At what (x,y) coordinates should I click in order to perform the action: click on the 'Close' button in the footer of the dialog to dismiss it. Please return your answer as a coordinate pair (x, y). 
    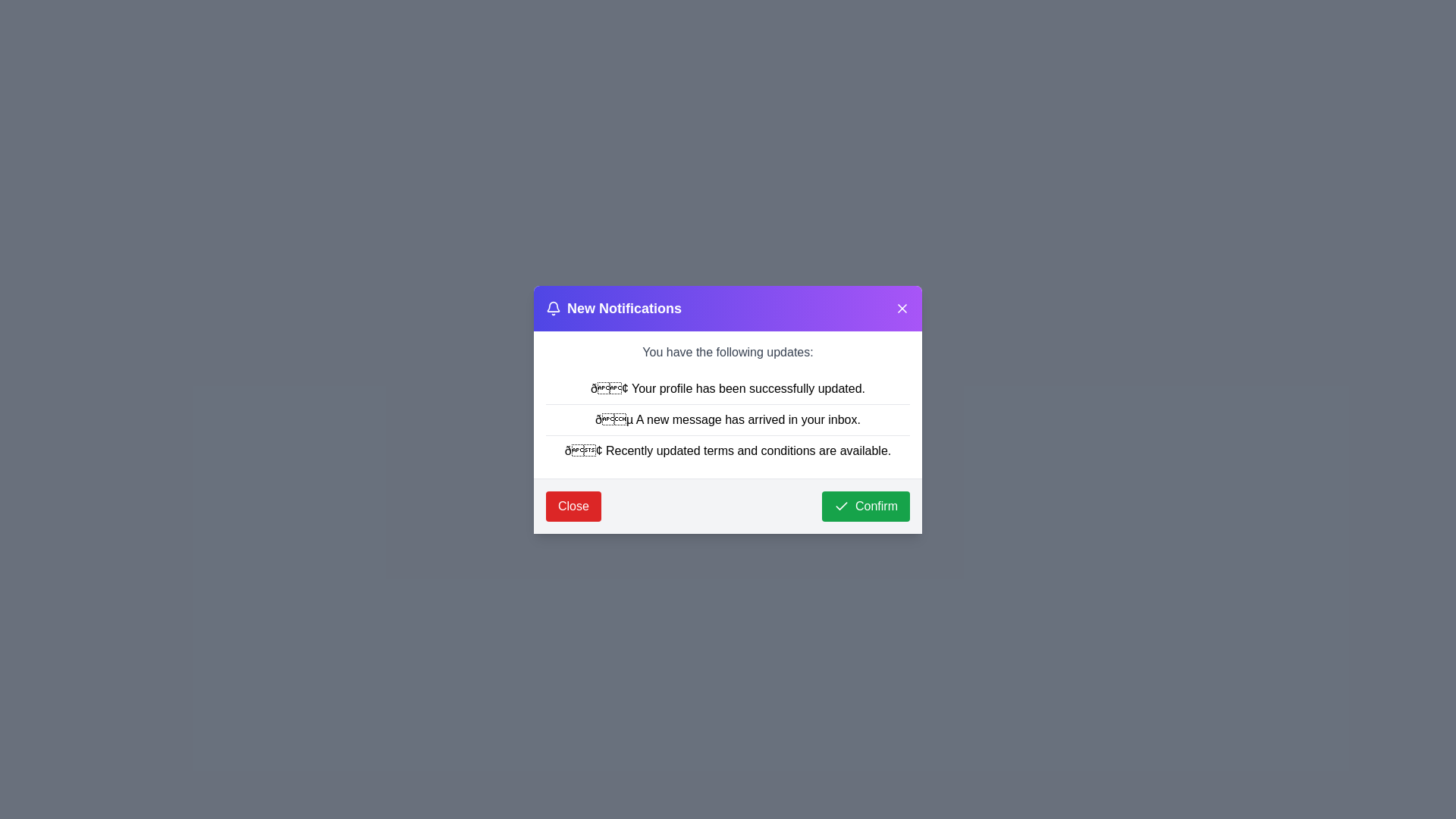
    Looking at the image, I should click on (572, 506).